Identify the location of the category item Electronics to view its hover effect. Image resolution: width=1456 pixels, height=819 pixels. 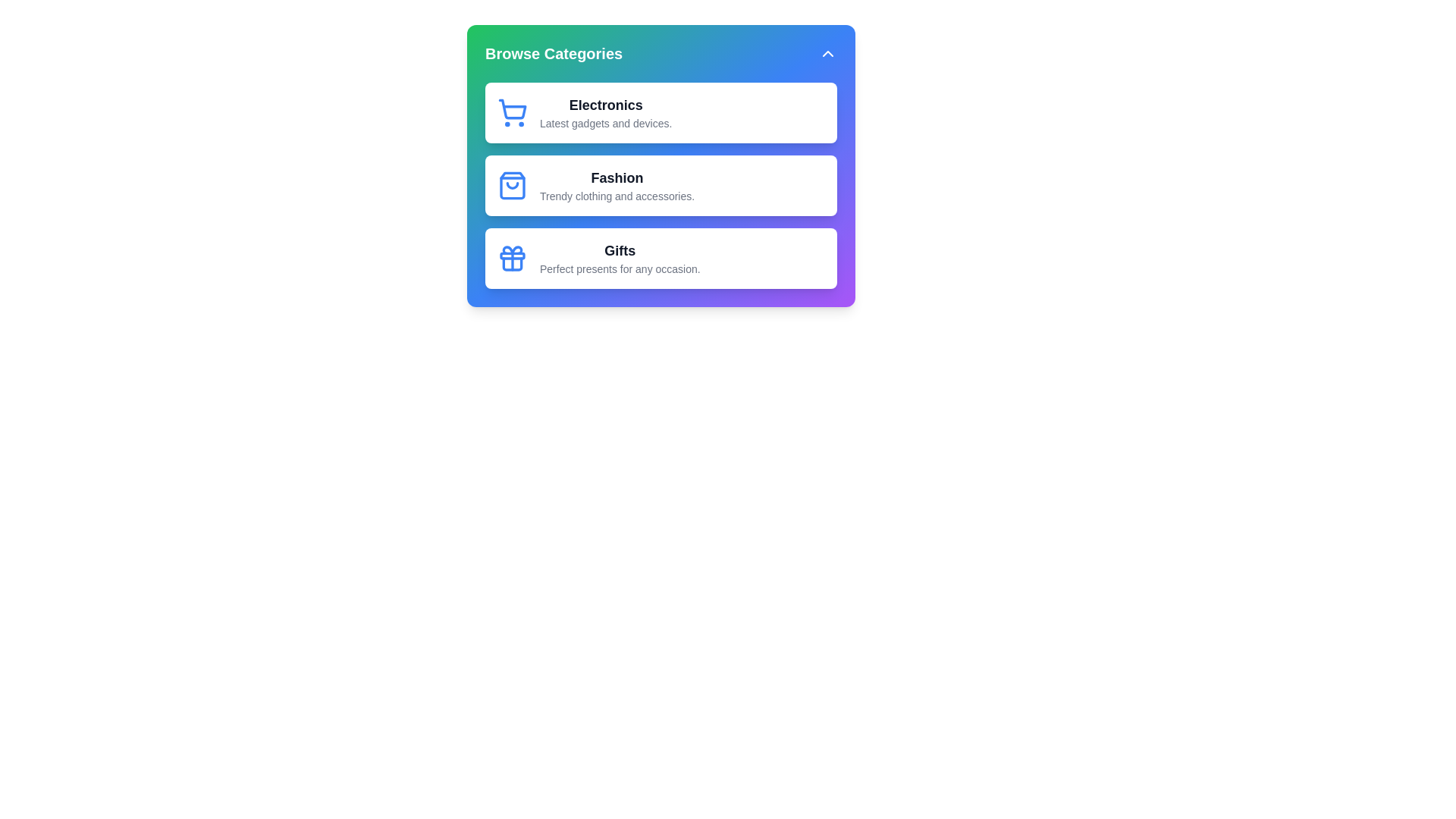
(661, 112).